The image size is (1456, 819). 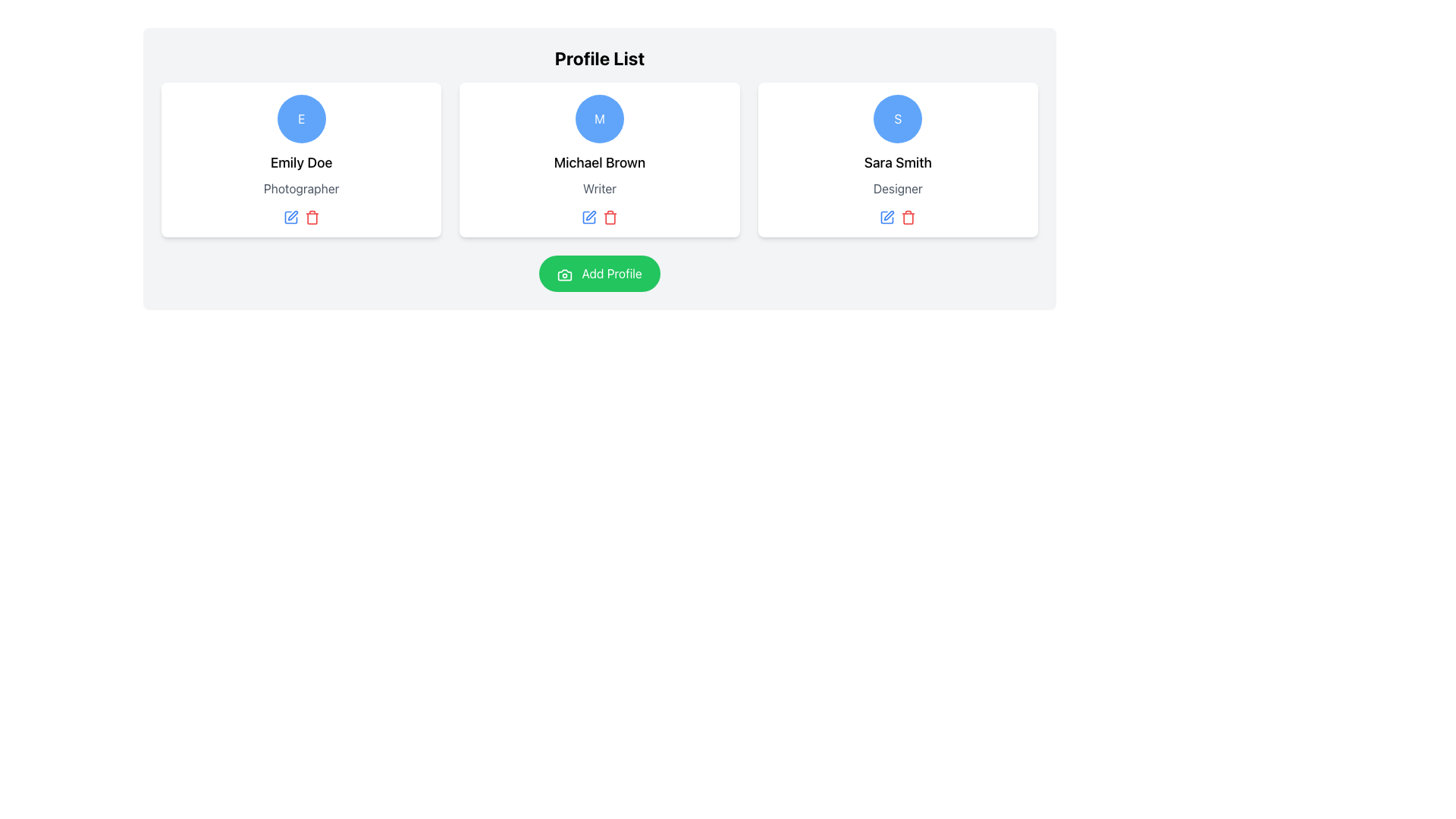 I want to click on the text label displaying the name 'Sara Smith', which is centrally located in the third profile card from the left, positioned above the smaller text 'Designer' and below a circular blue avatar, so click(x=898, y=163).